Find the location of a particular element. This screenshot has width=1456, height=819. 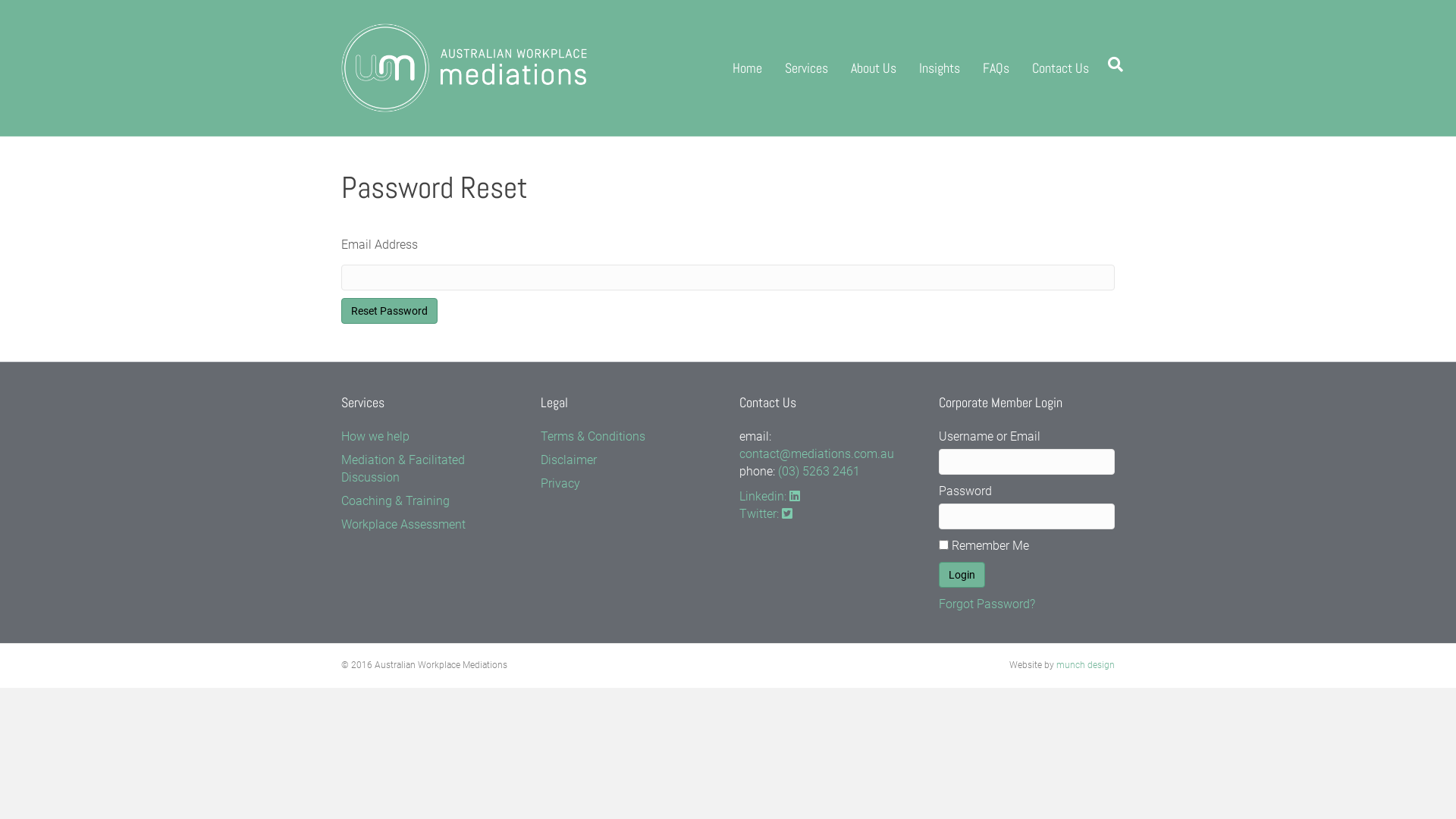

'Linkedin:' is located at coordinates (739, 496).